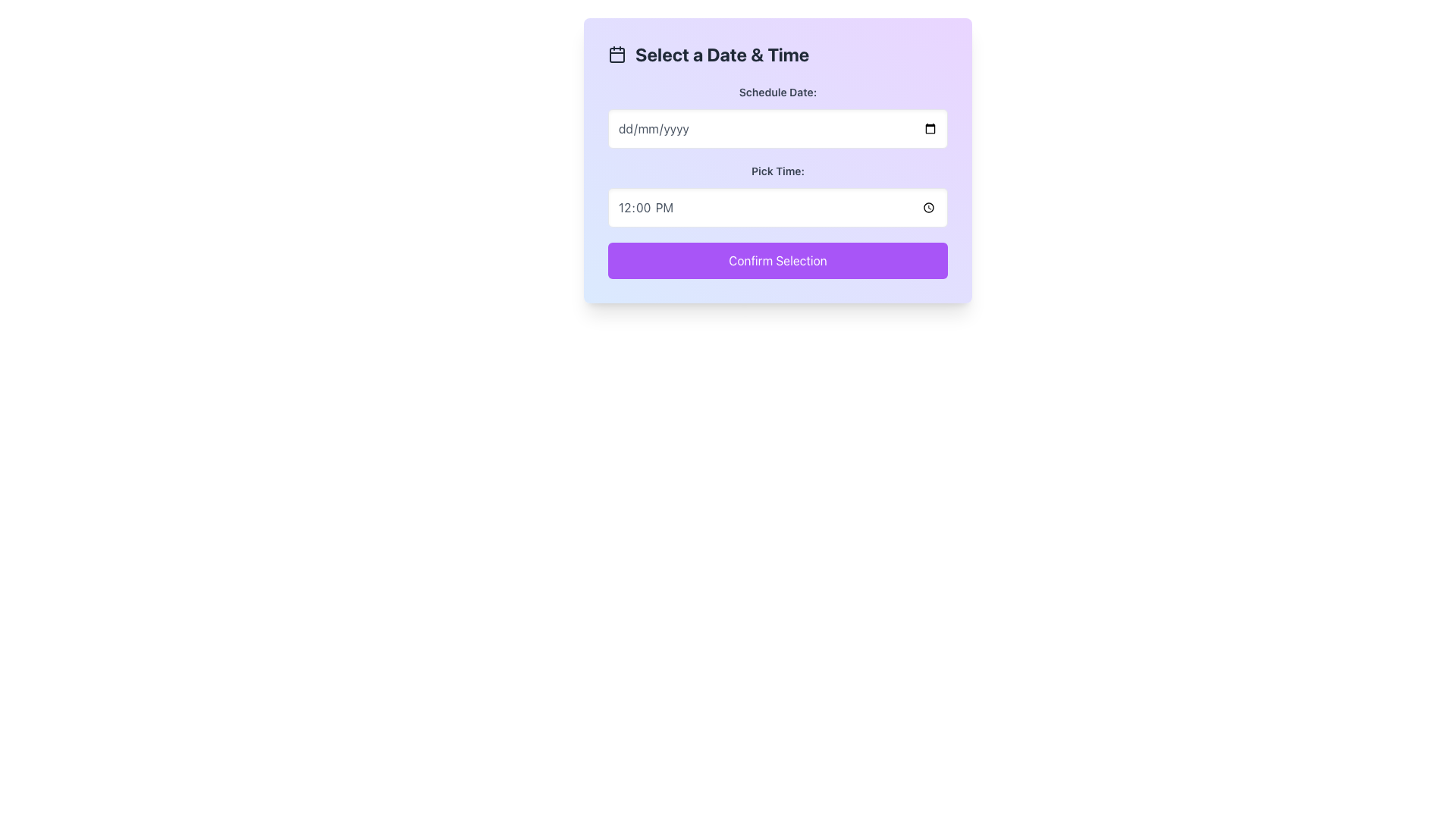 This screenshot has width=1456, height=819. I want to click on the submit button, so click(778, 259).